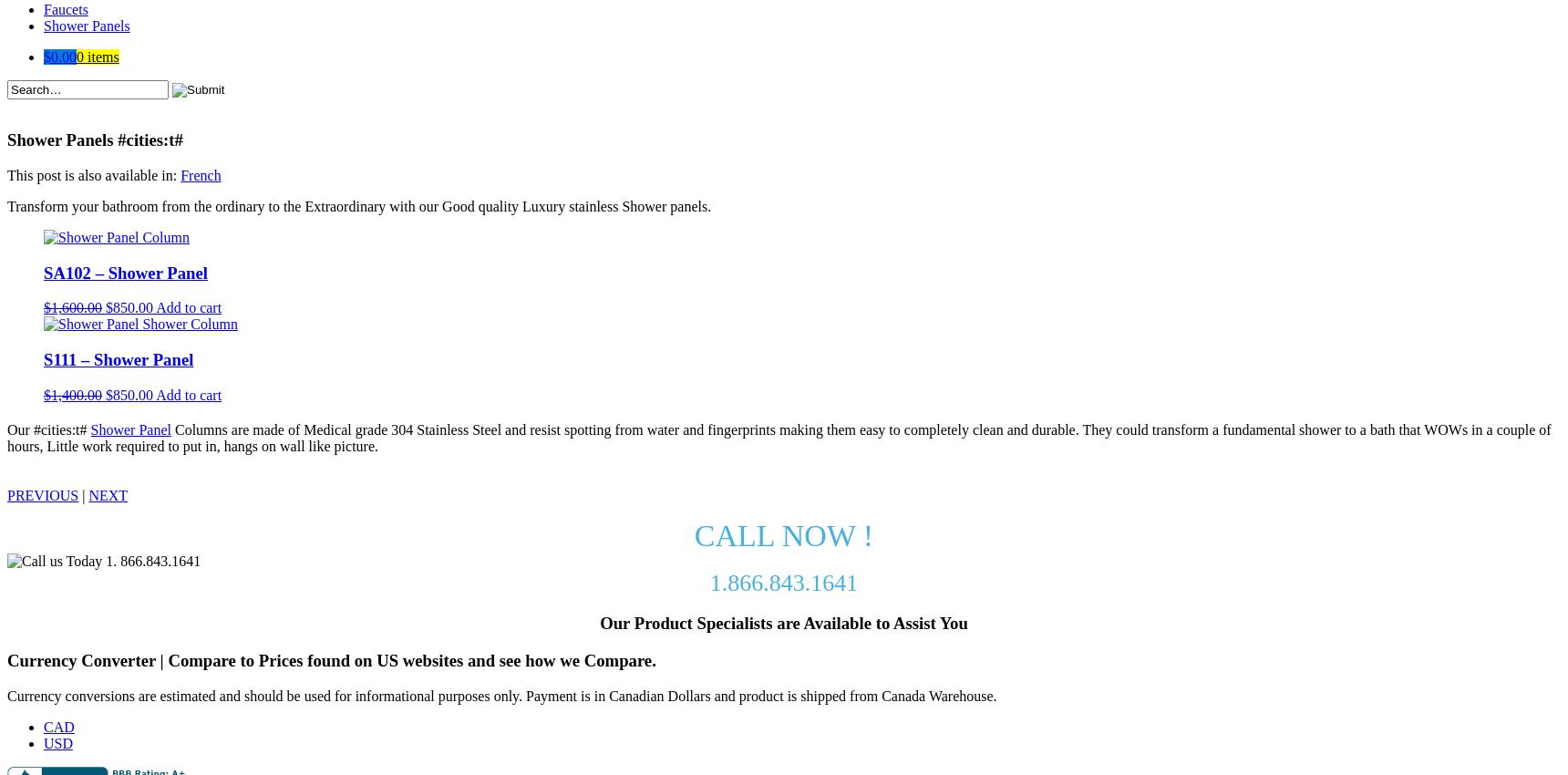 Image resolution: width=1568 pixels, height=775 pixels. What do you see at coordinates (6, 205) in the screenshot?
I see `'Transform your bathroom from the ordinary to the Extraordinary with our Good quality Luxury stainless Shower panels.'` at bounding box center [6, 205].